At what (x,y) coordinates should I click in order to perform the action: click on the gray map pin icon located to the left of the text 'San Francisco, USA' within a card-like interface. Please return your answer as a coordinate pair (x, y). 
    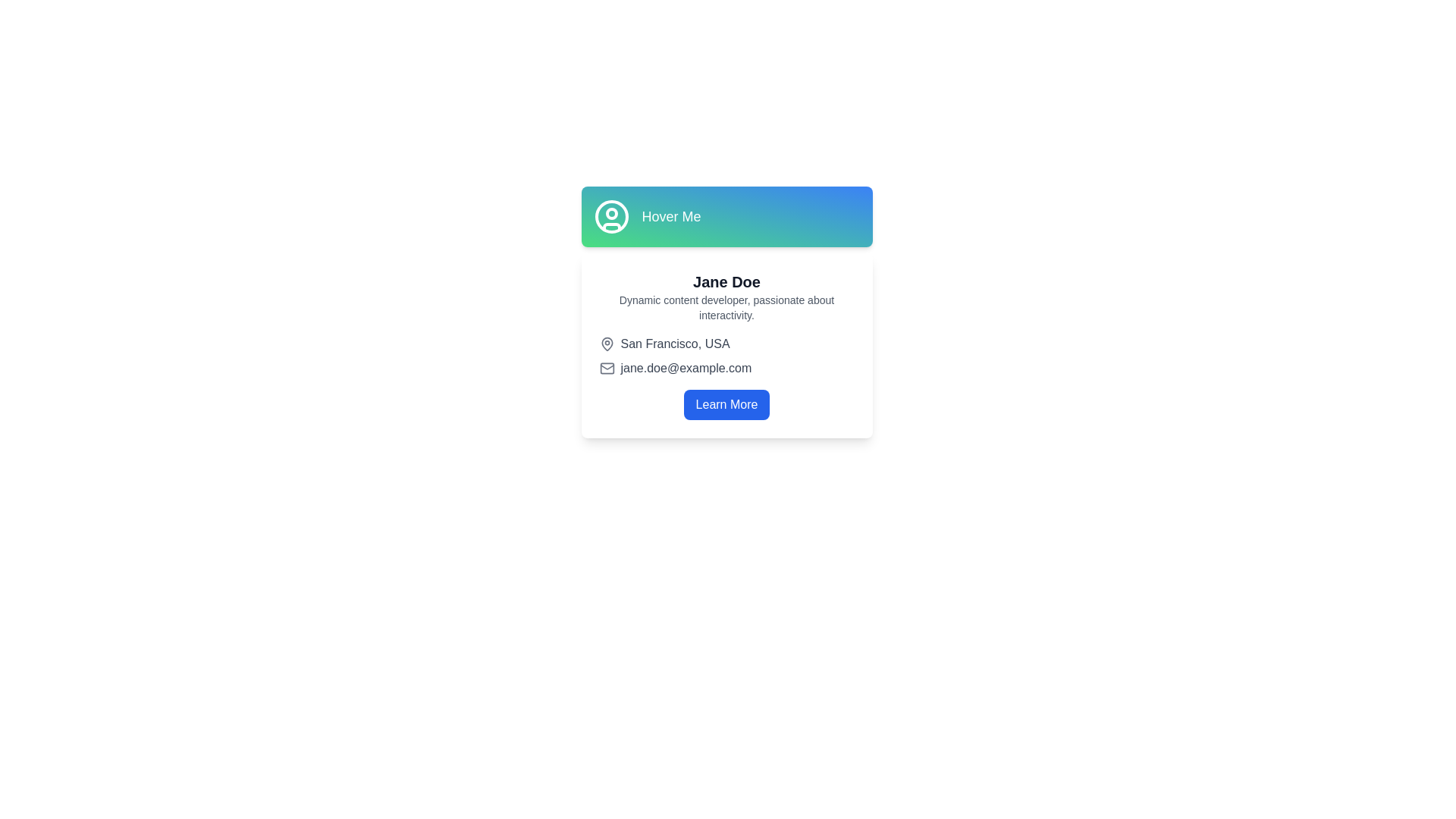
    Looking at the image, I should click on (607, 344).